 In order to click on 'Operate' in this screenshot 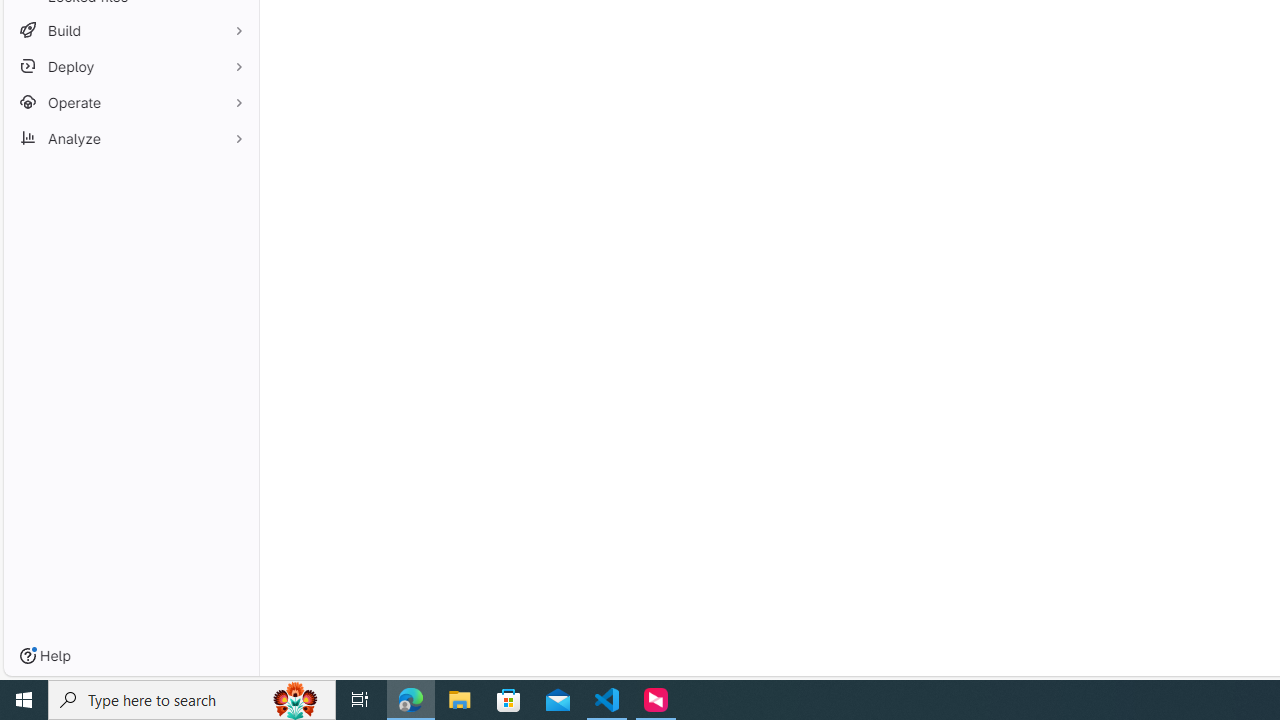, I will do `click(130, 102)`.